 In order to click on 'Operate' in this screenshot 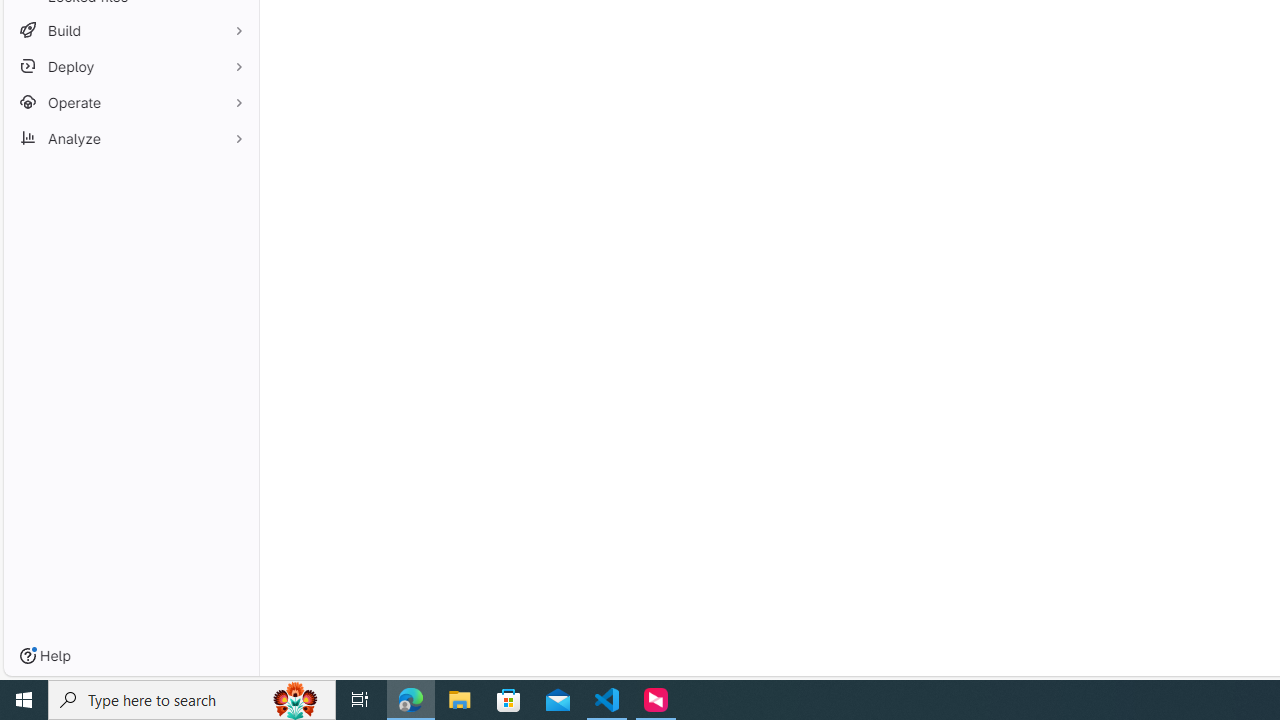, I will do `click(130, 102)`.